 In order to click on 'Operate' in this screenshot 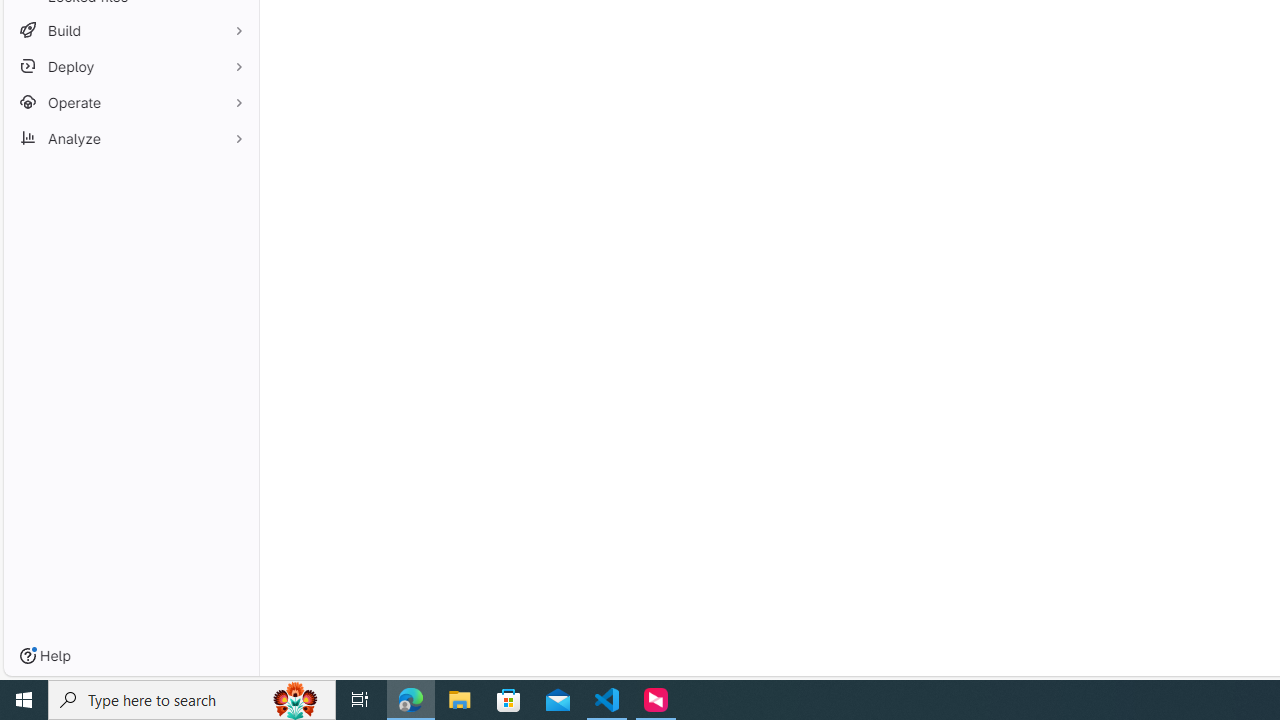, I will do `click(130, 102)`.